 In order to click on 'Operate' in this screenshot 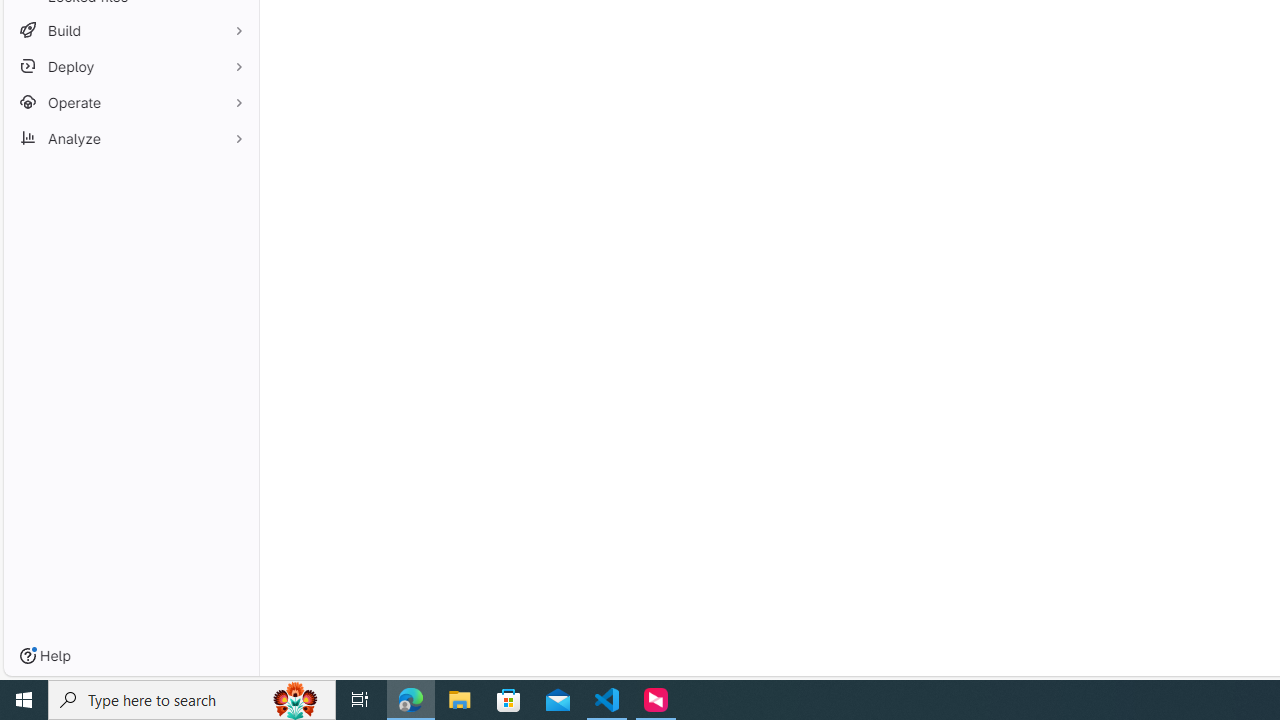, I will do `click(130, 102)`.